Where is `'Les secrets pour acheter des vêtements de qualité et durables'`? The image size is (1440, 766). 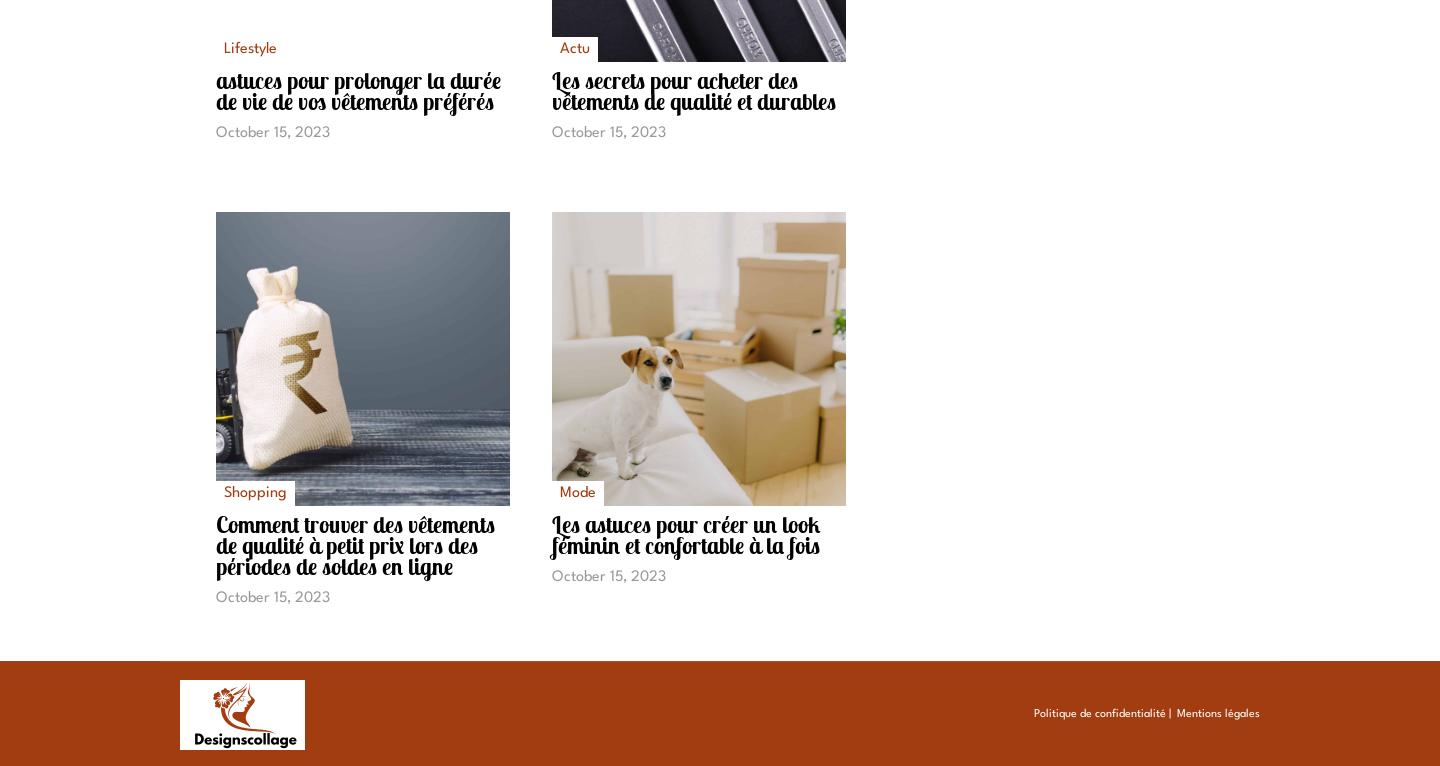 'Les secrets pour acheter des vêtements de qualité et durables' is located at coordinates (693, 90).